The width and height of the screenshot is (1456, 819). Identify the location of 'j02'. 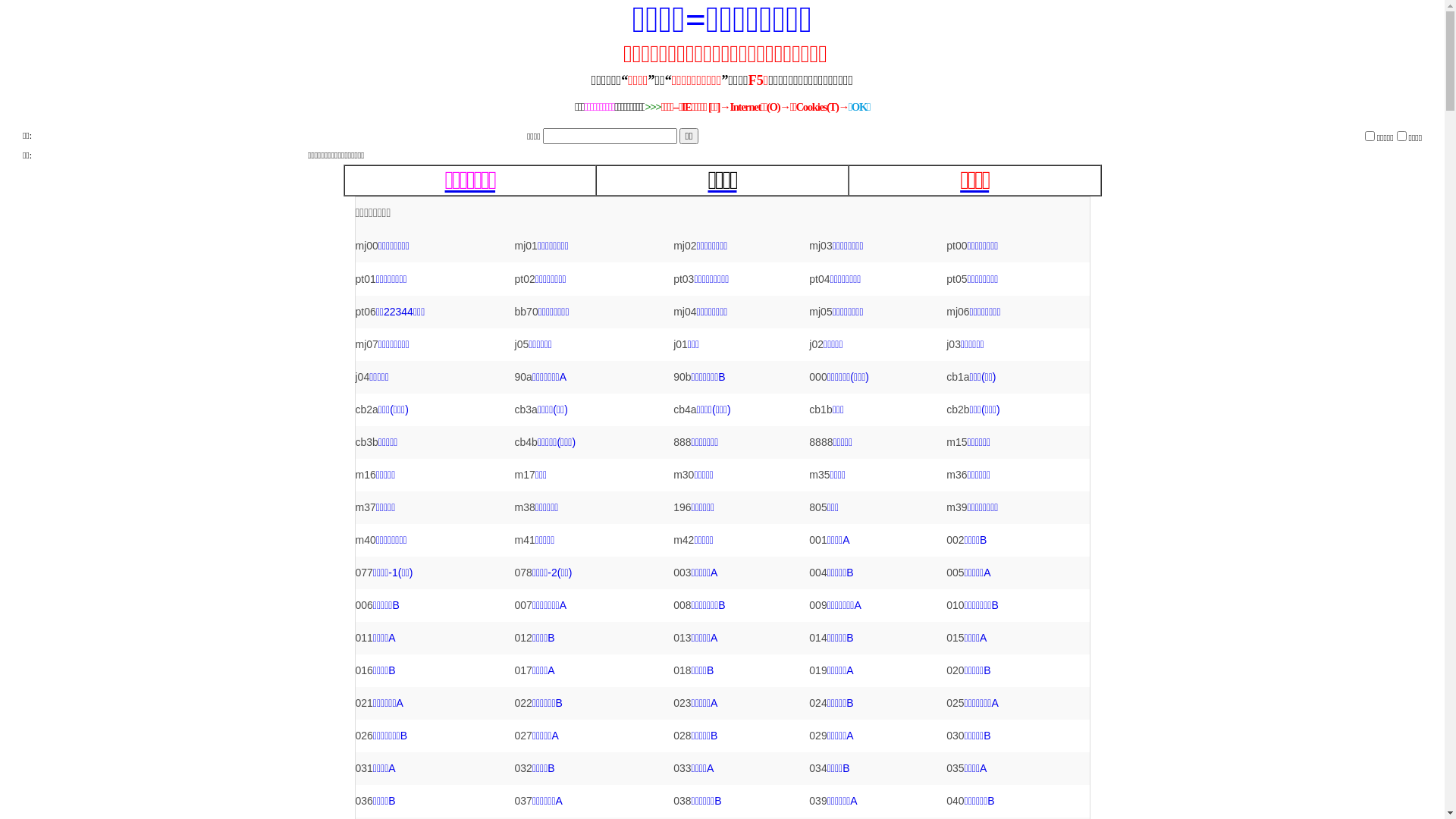
(815, 344).